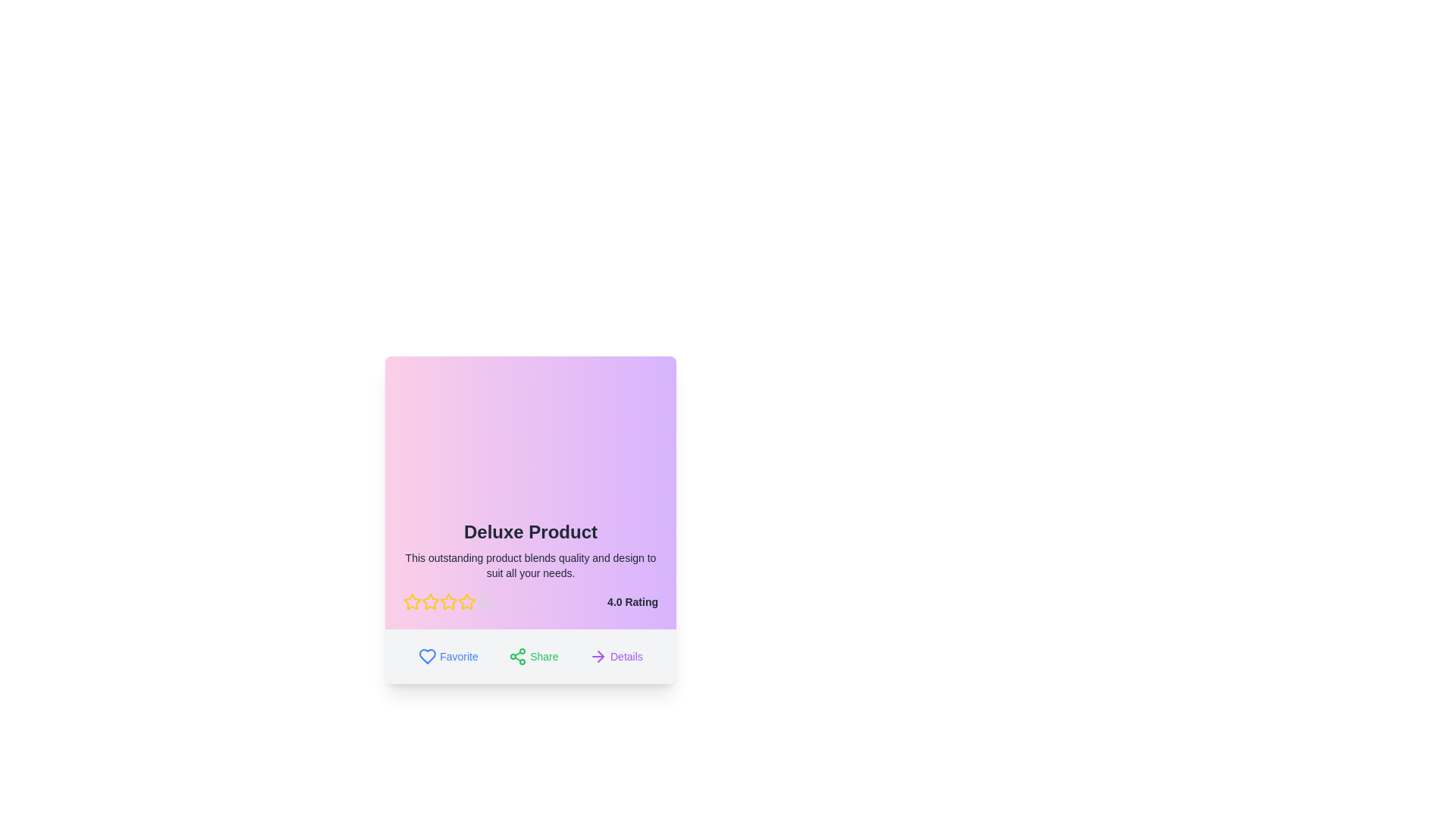 Image resolution: width=1456 pixels, height=819 pixels. I want to click on the right-pointing arrow icon located at the bottom-right of the details section, so click(600, 656).